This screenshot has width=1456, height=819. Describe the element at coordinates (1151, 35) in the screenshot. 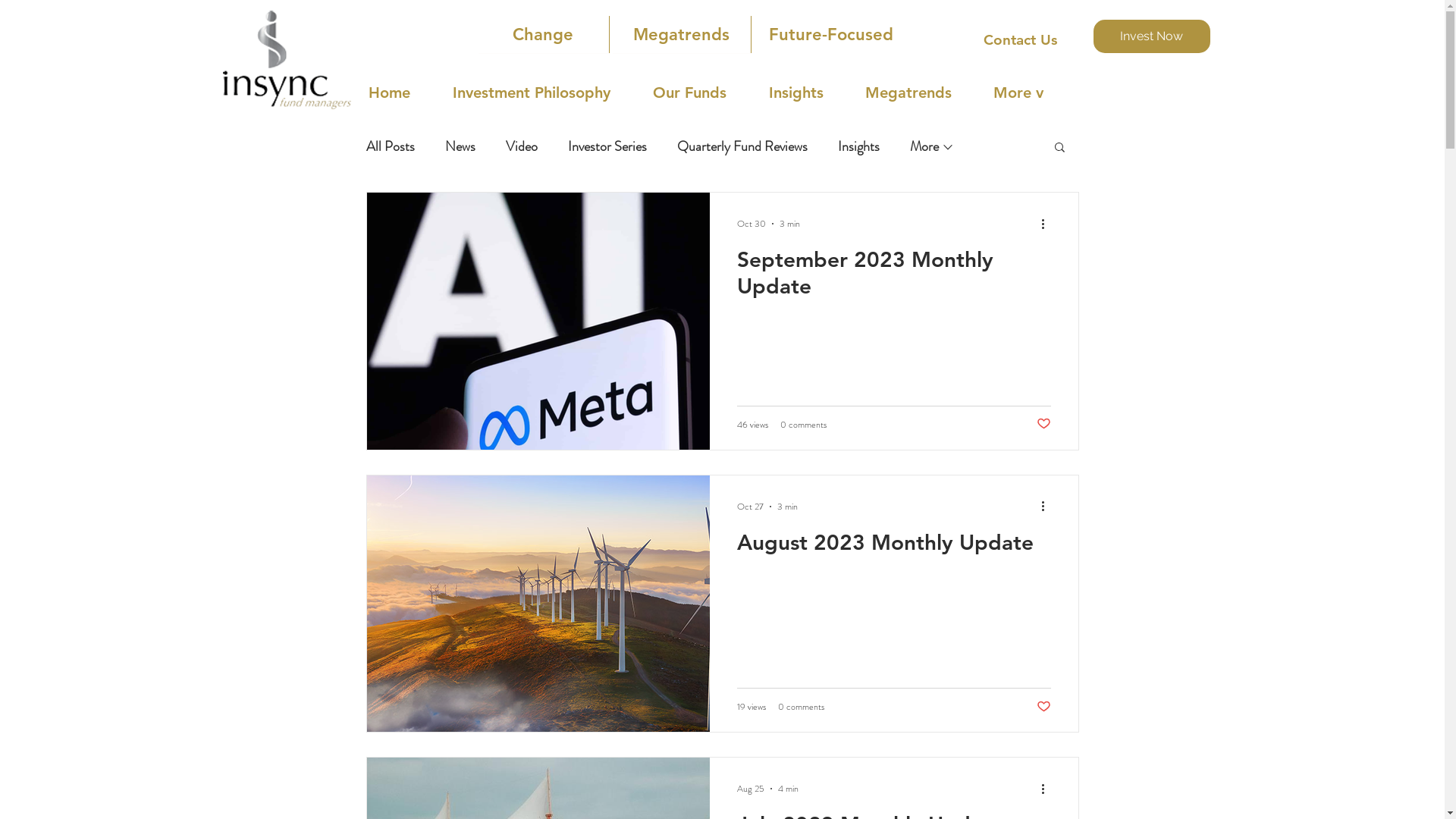

I see `'Invest Now'` at that location.